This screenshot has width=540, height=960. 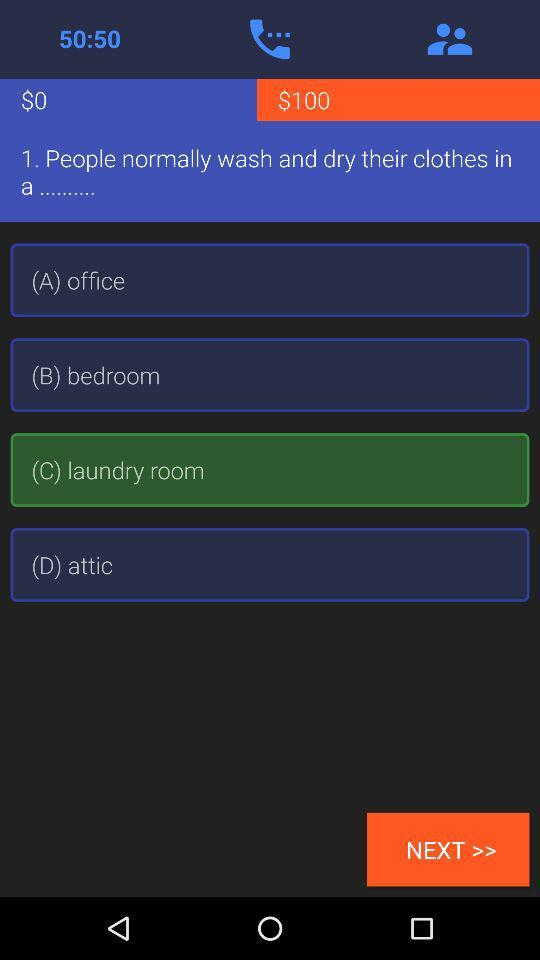 What do you see at coordinates (270, 564) in the screenshot?
I see `the item below the (c) laundry room app` at bounding box center [270, 564].